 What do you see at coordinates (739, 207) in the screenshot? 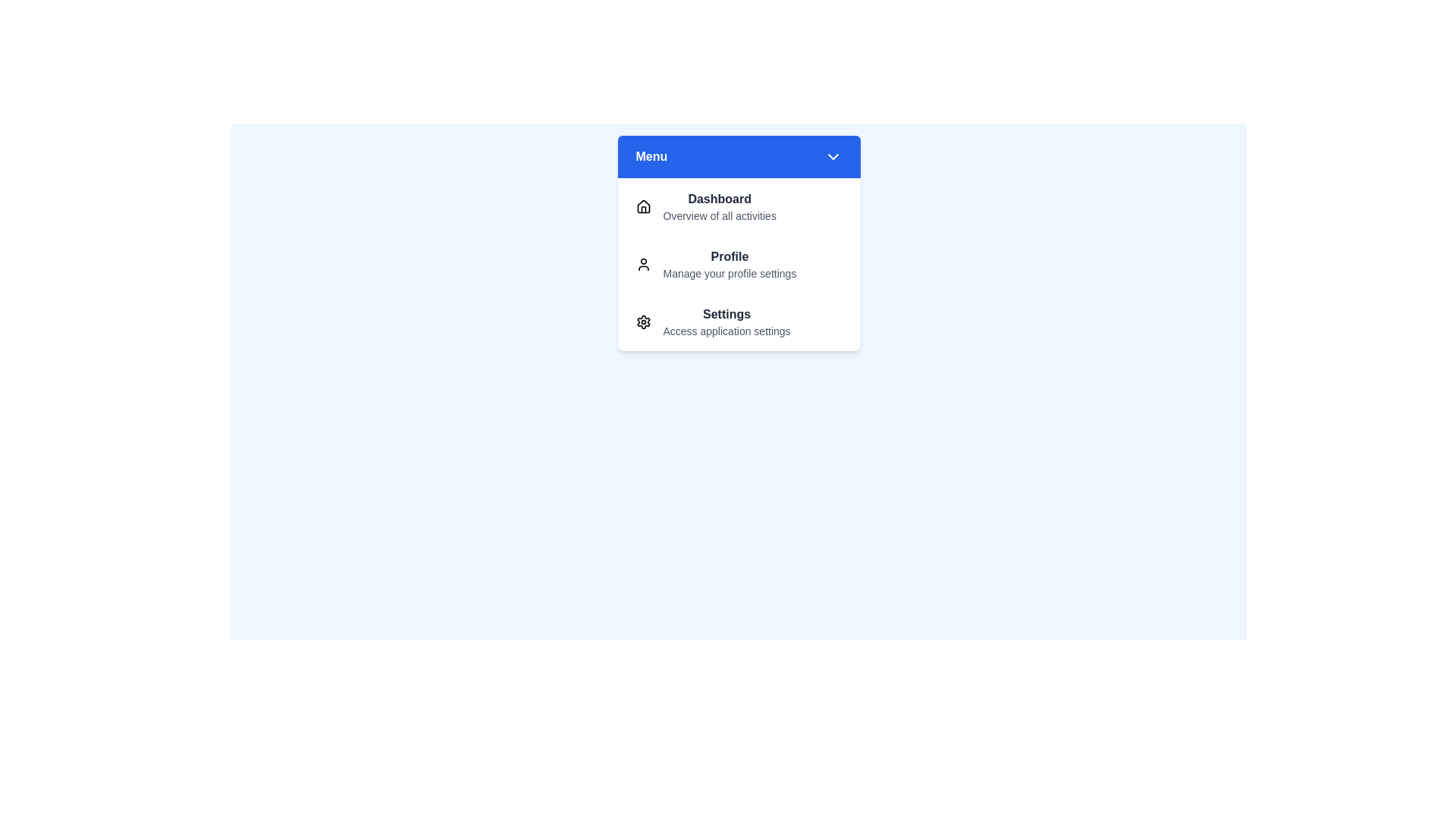
I see `the menu item labeled Dashboard to highlight it` at bounding box center [739, 207].